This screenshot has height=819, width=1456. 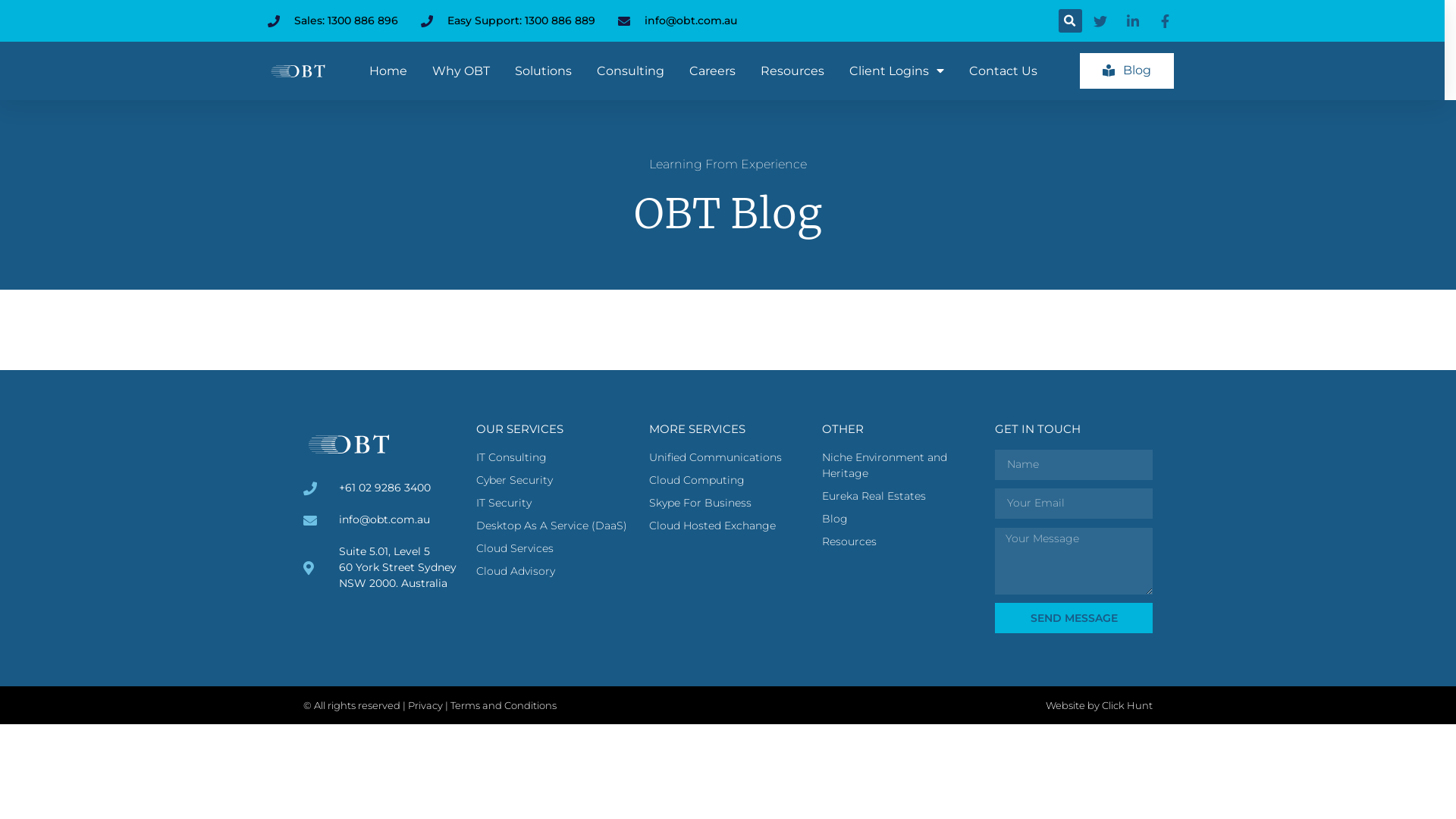 I want to click on 'SEND MESSAGE', so click(x=1073, y=617).